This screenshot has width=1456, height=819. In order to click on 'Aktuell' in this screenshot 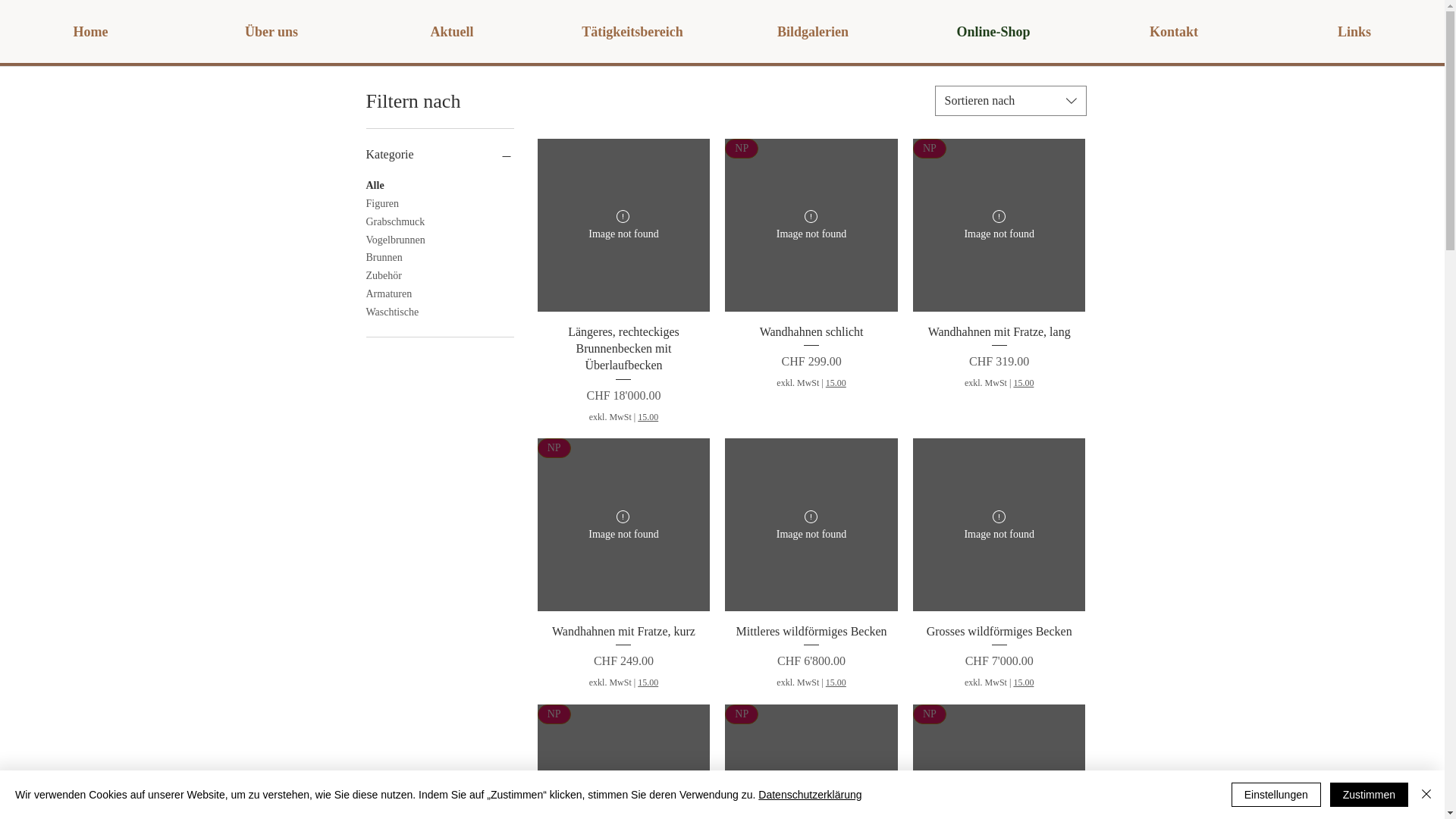, I will do `click(450, 32)`.